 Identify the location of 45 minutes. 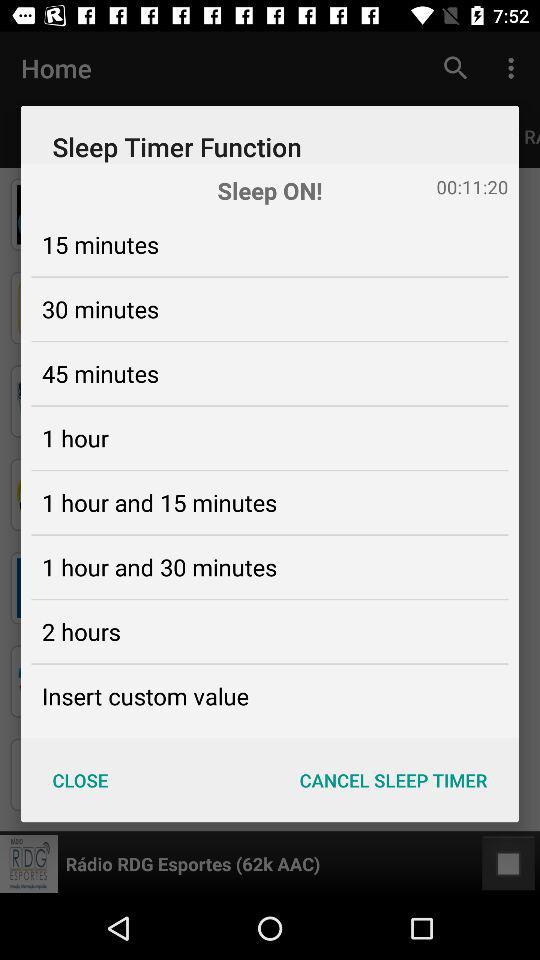
(99, 372).